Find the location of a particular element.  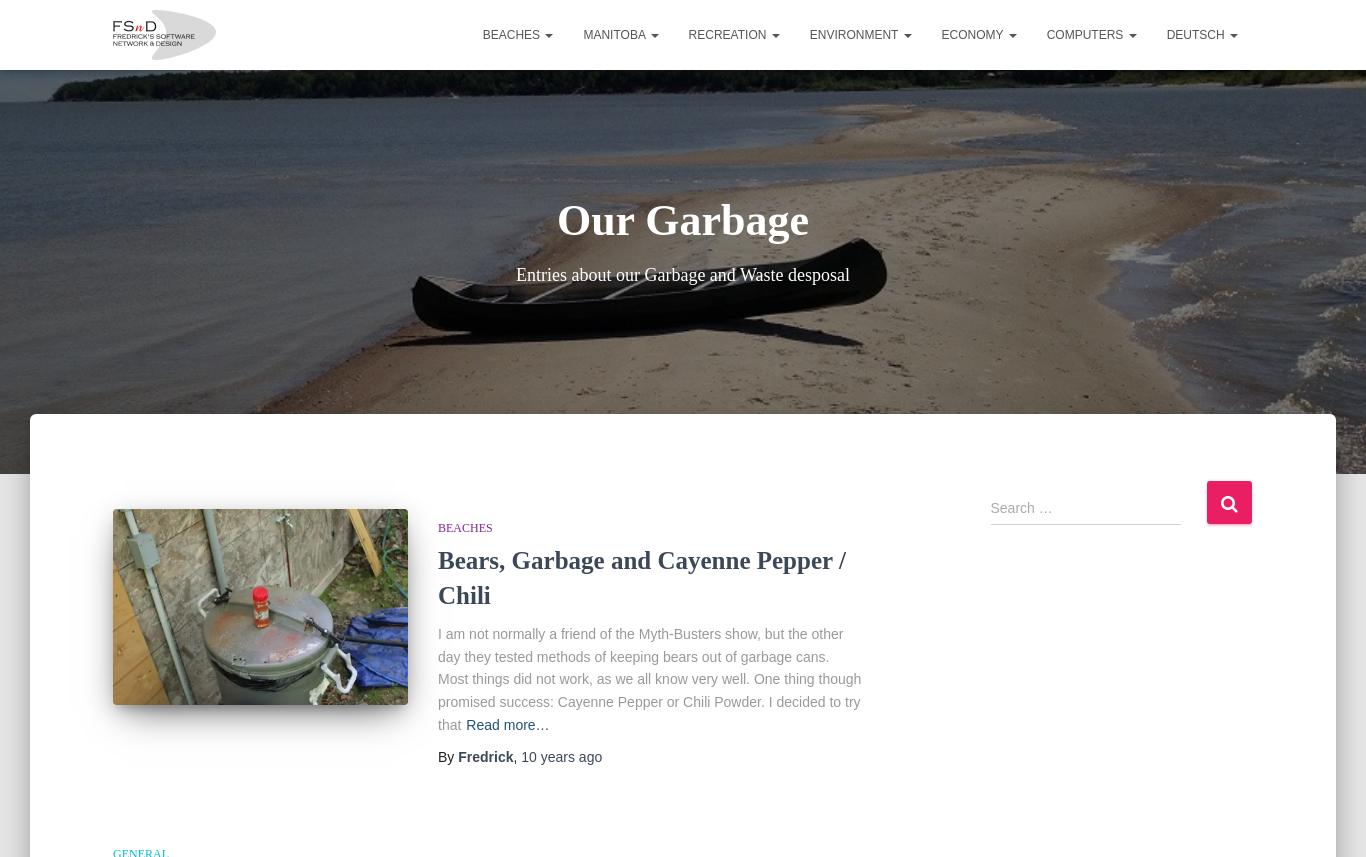

'By' is located at coordinates (447, 755).